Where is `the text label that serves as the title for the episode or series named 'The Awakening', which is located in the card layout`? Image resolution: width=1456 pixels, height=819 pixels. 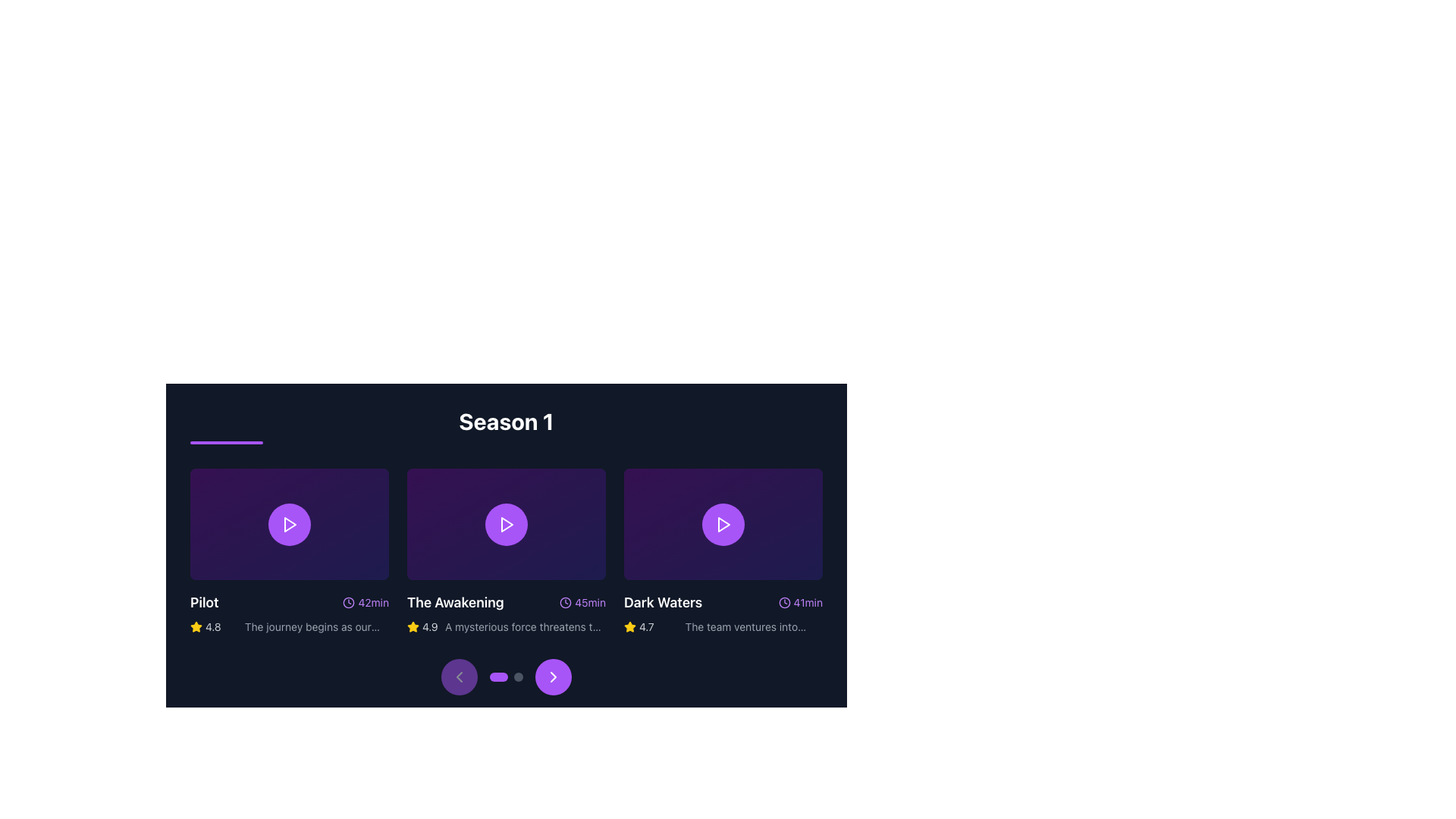
the text label that serves as the title for the episode or series named 'The Awakening', which is located in the card layout is located at coordinates (454, 602).